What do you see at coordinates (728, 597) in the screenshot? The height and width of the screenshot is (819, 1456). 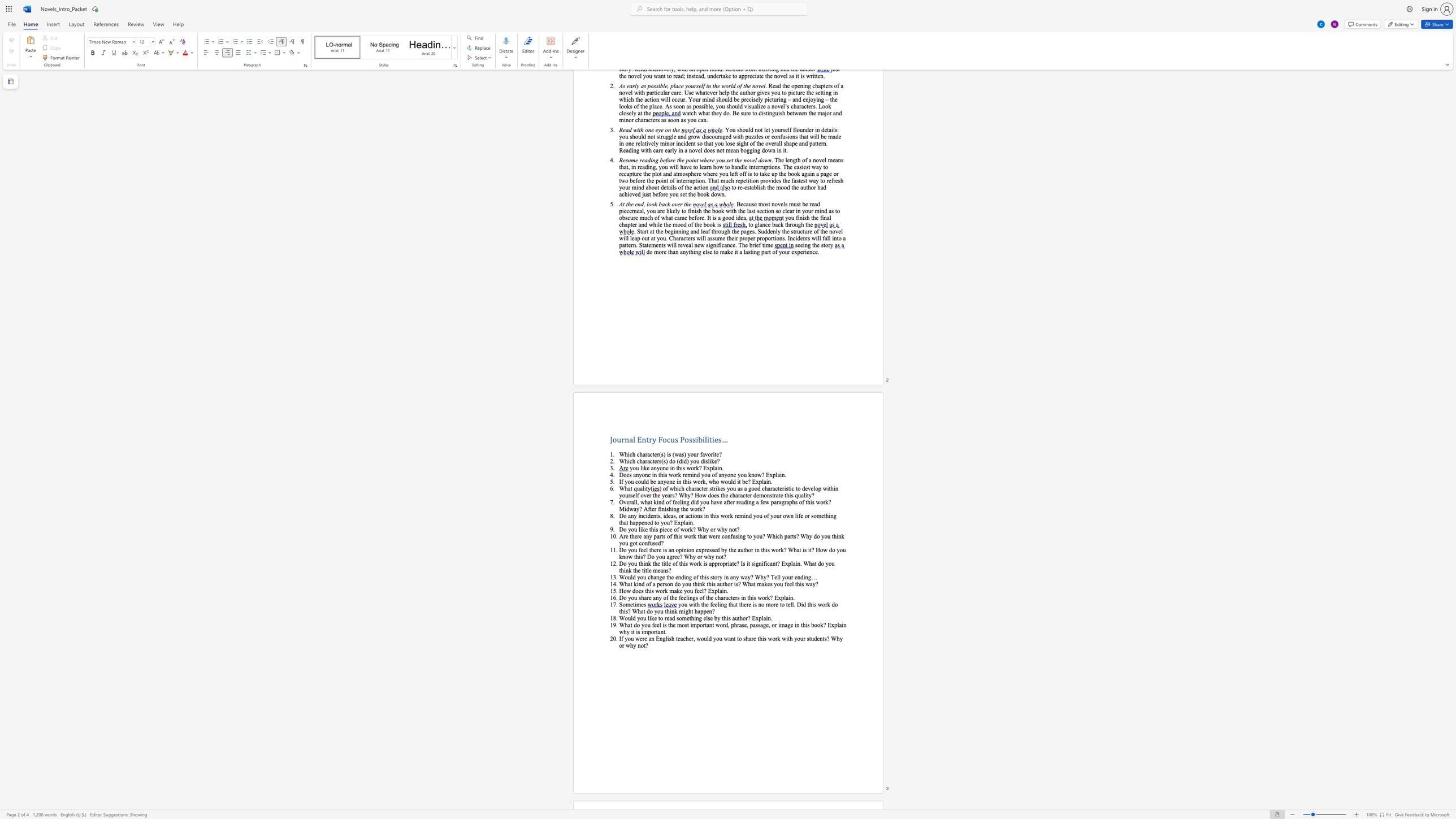 I see `the subset text "cter" within the text "Do you share any of the feelings of the characters in this work? Explain."` at bounding box center [728, 597].